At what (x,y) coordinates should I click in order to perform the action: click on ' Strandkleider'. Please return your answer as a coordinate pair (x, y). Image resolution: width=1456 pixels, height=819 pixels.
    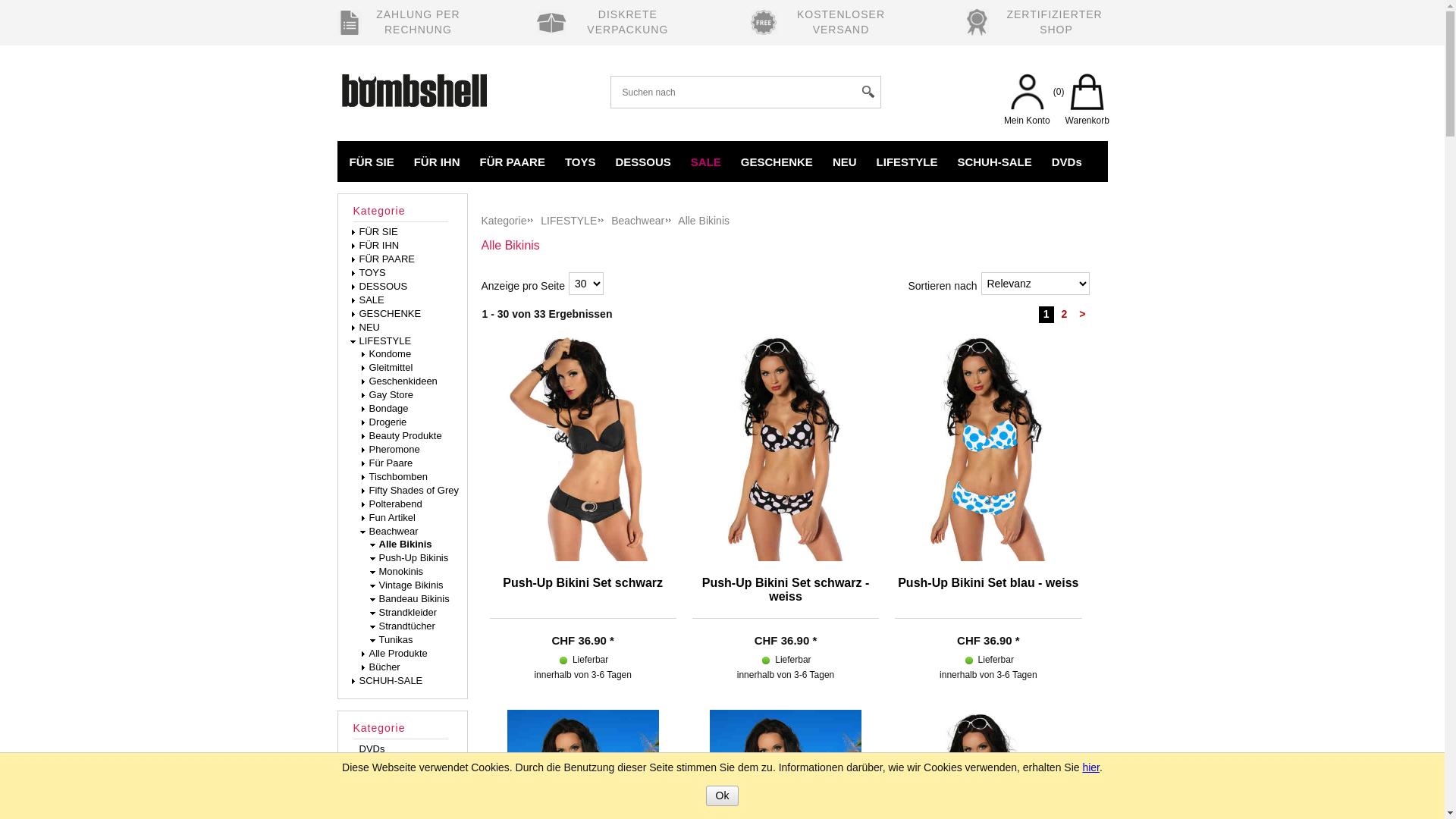
    Looking at the image, I should click on (409, 611).